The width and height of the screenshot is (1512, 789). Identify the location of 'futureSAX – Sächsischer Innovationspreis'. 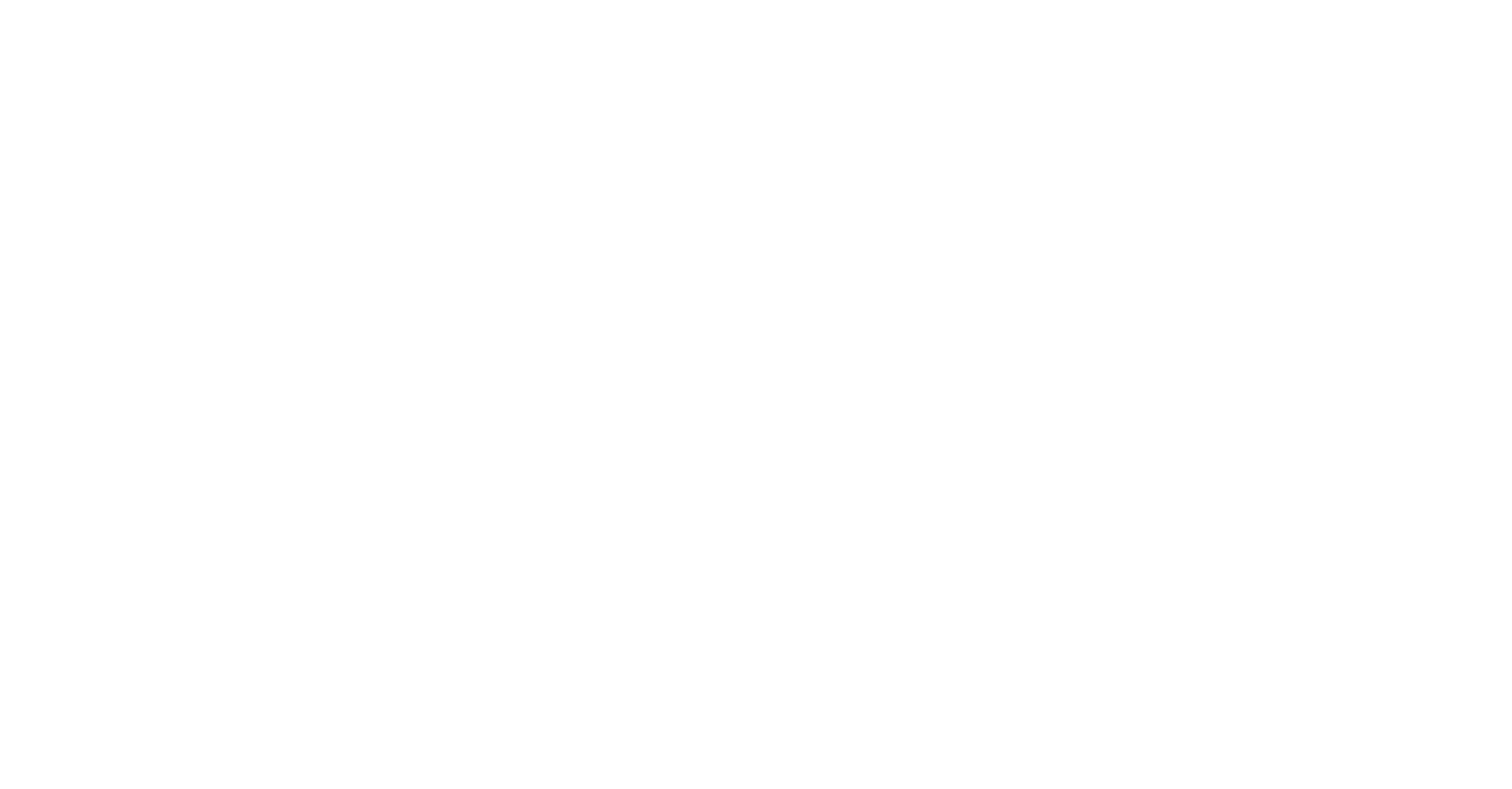
(155, 460).